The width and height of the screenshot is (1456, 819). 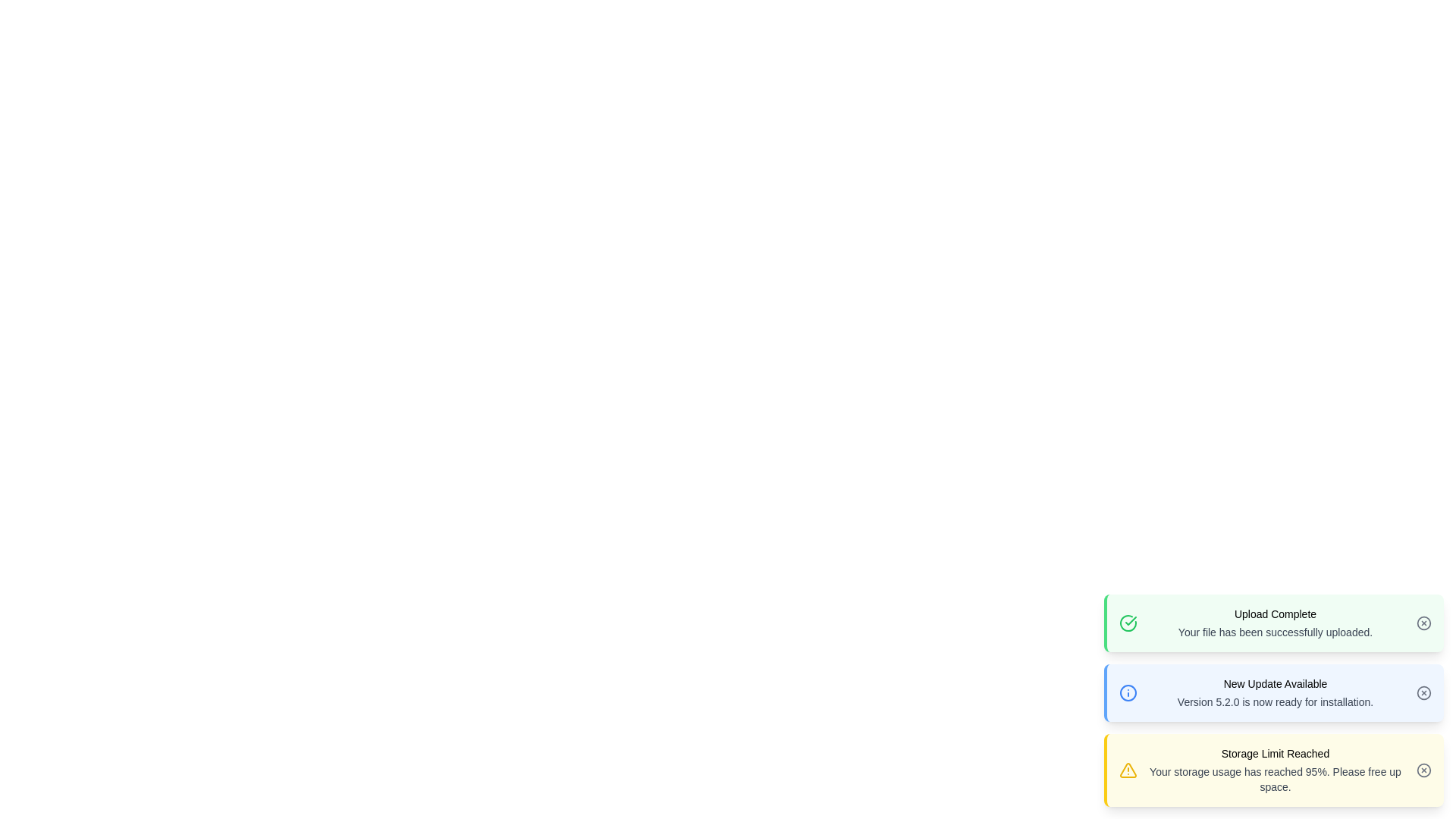 I want to click on notification with the title 'Storage Limit Reached' and the message 'Your storage usage has reached 95%. Please free up space.' located at the bottom of the alert boxes, so click(x=1274, y=770).